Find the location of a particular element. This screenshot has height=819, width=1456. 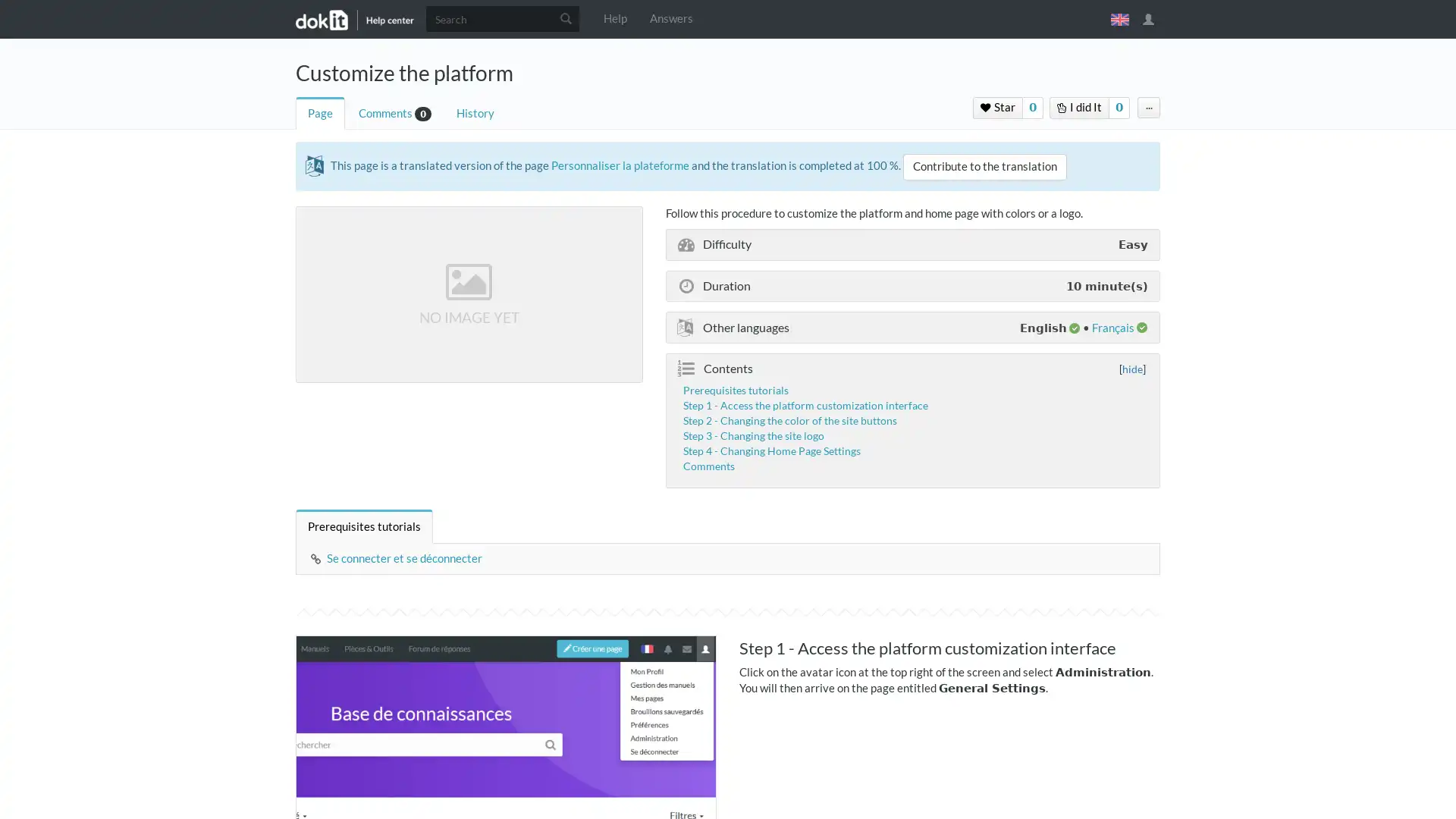

Star is located at coordinates (997, 107).